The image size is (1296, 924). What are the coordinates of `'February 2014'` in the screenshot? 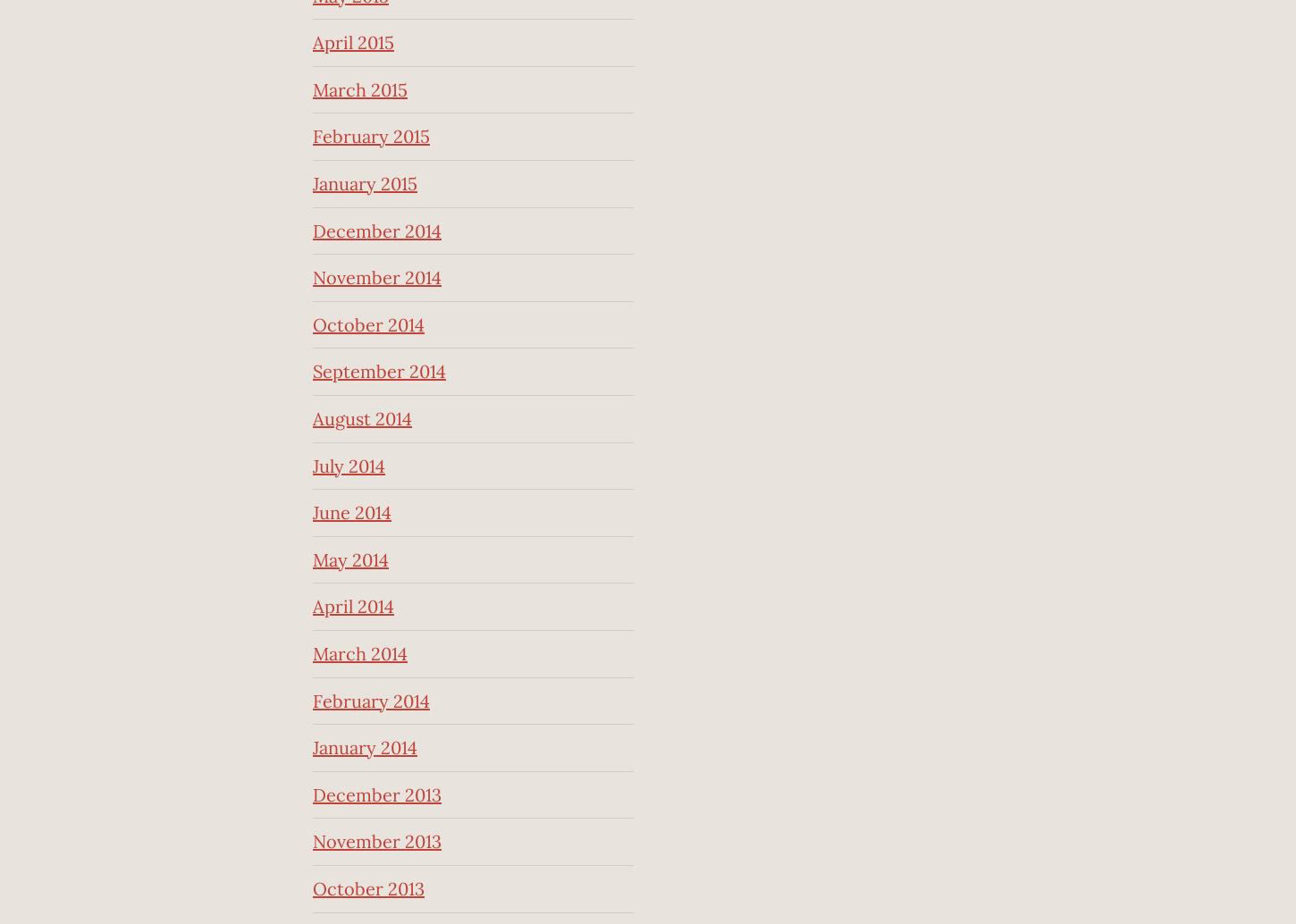 It's located at (370, 699).